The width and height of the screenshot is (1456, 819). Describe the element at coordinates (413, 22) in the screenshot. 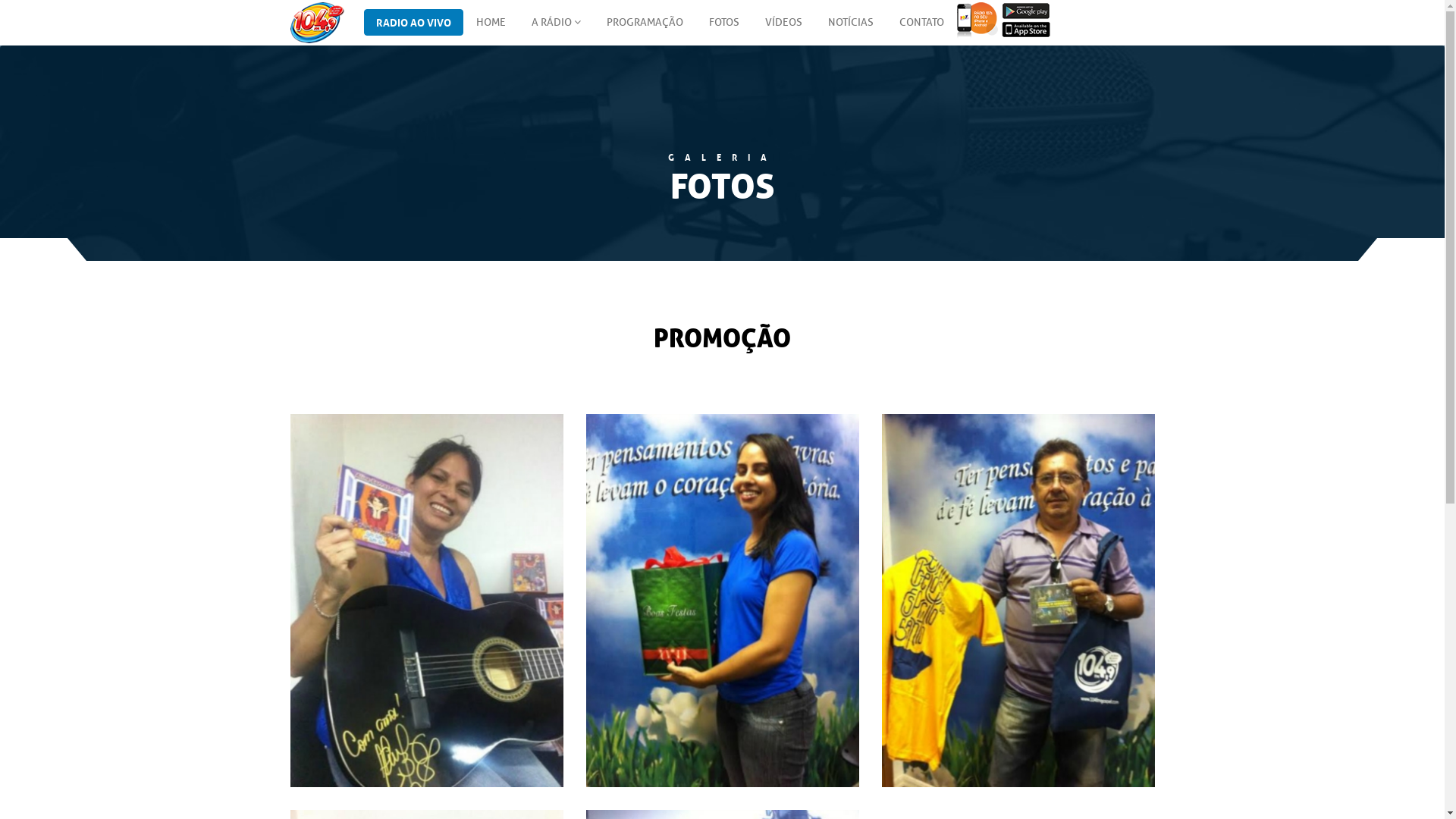

I see `'RADIO AO VIVO'` at that location.